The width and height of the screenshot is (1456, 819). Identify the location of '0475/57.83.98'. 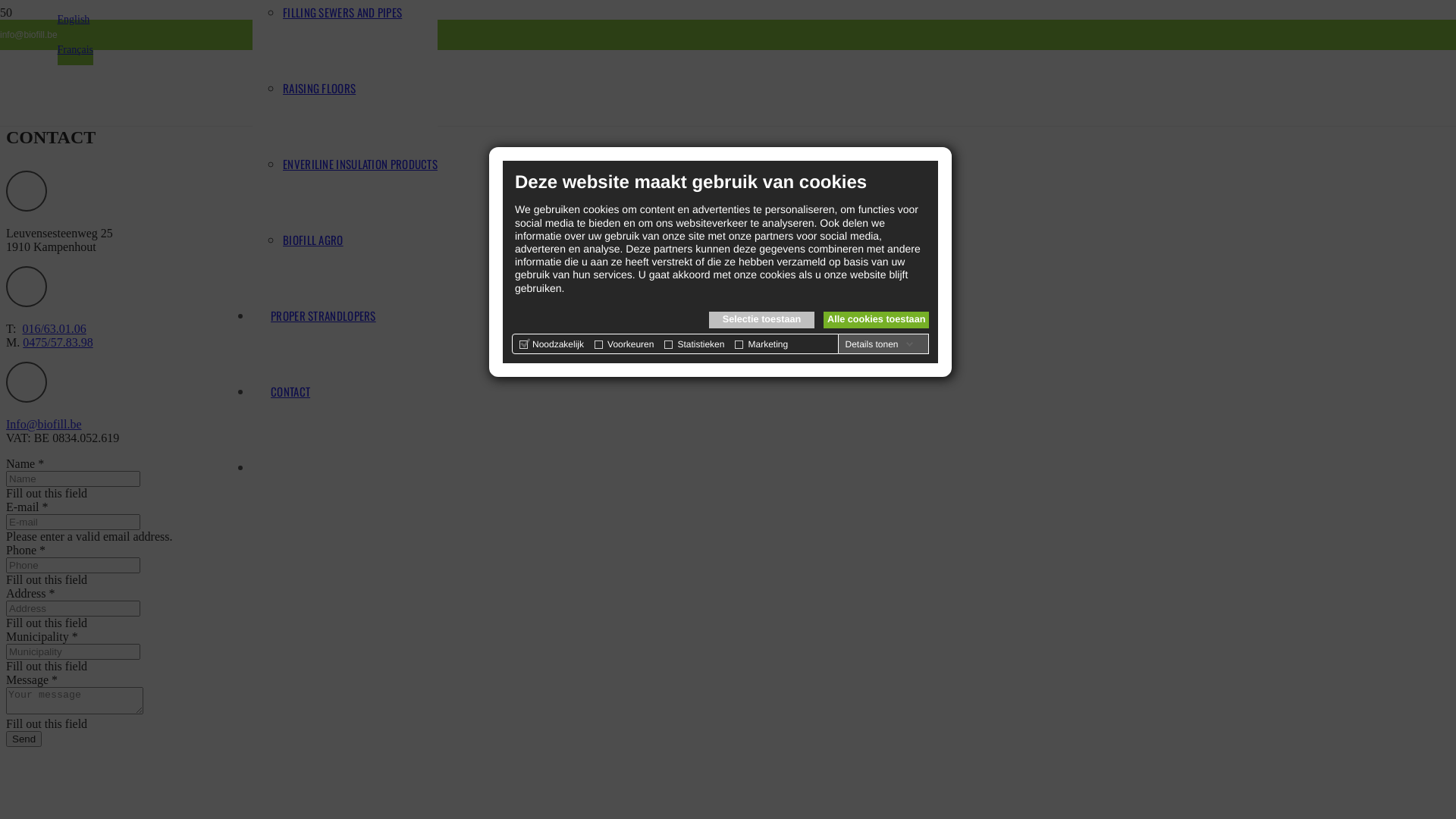
(58, 342).